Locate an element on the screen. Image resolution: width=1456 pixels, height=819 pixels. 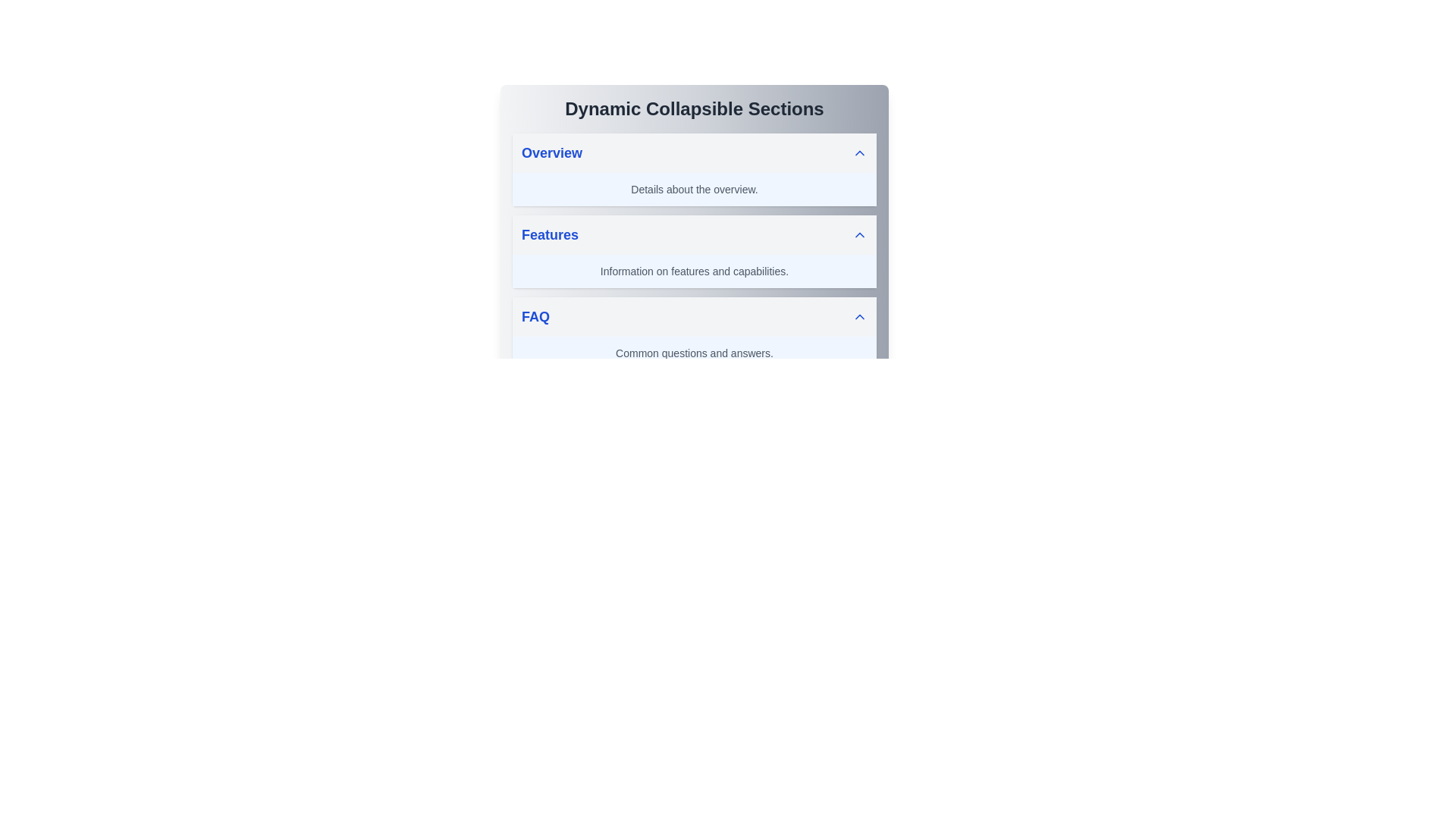
the text label displaying 'Details about the overview.' which is located below the 'Overview' section header is located at coordinates (694, 189).